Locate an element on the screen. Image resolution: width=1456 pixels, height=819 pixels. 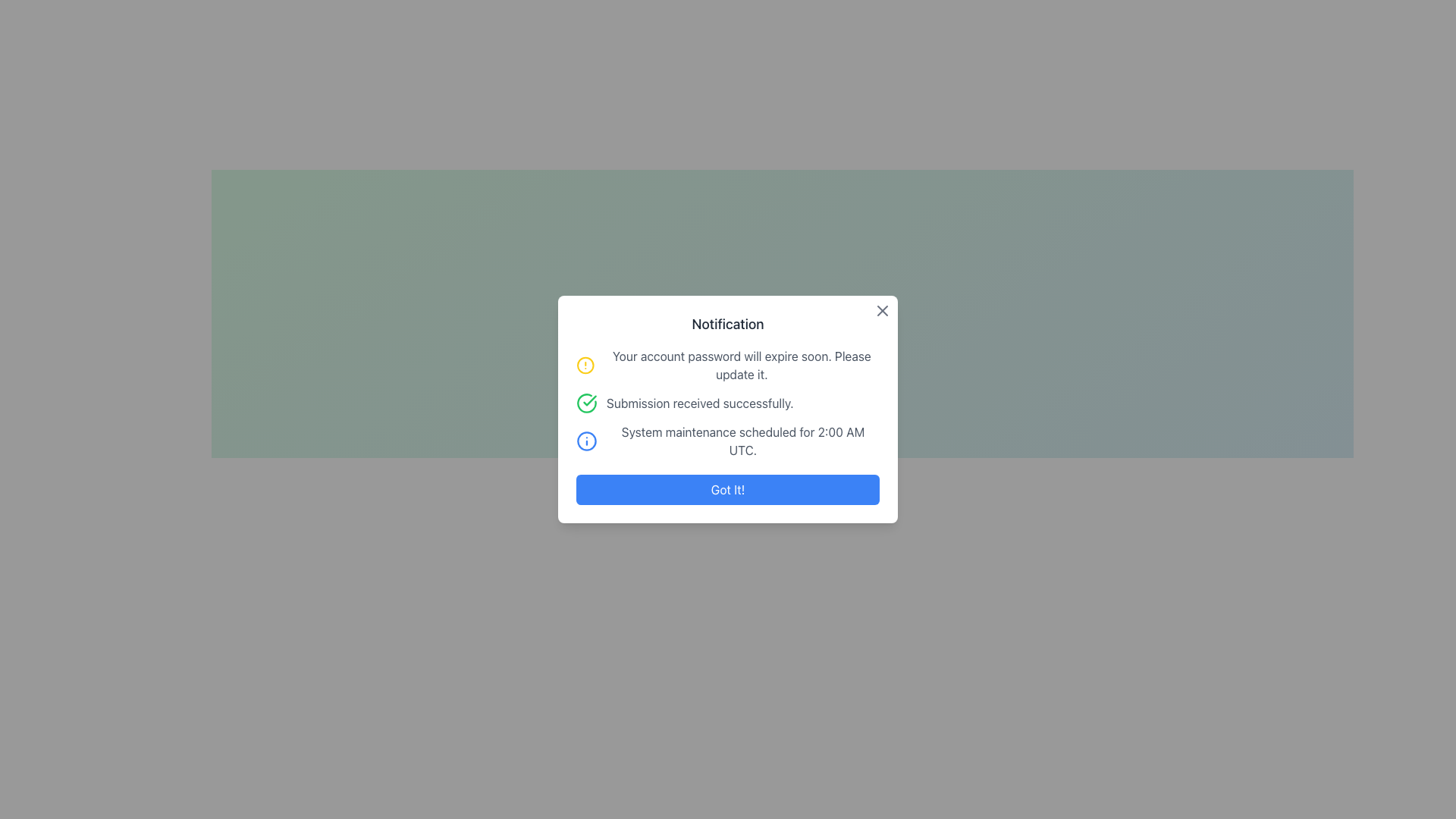
the close button located at the top-right corner of the modal, adjacent to the title 'Notification', to change its icon color is located at coordinates (882, 309).